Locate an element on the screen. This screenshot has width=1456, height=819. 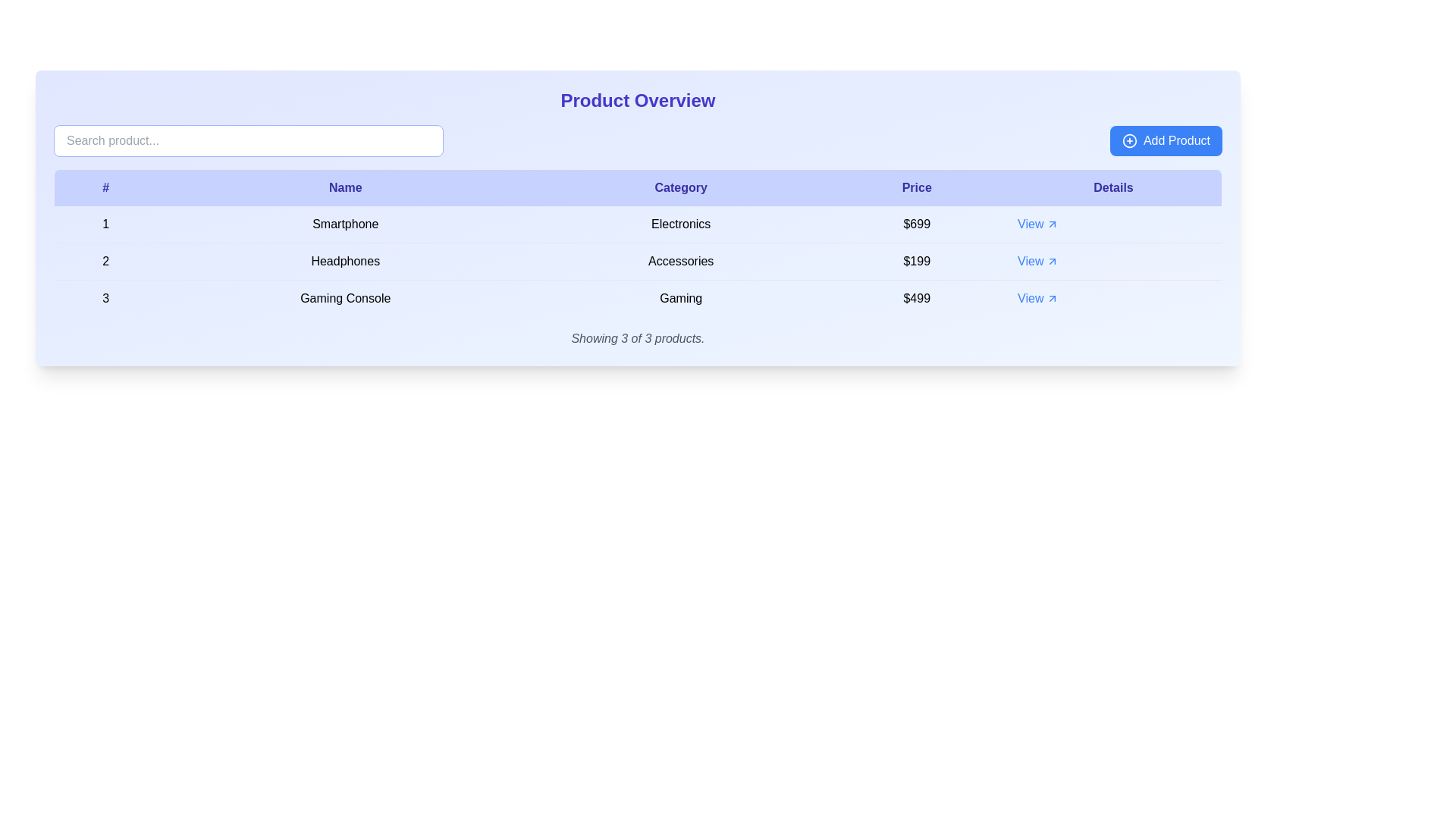
the 'Gaming' text label in the 'Category' column of the third row is located at coordinates (679, 298).